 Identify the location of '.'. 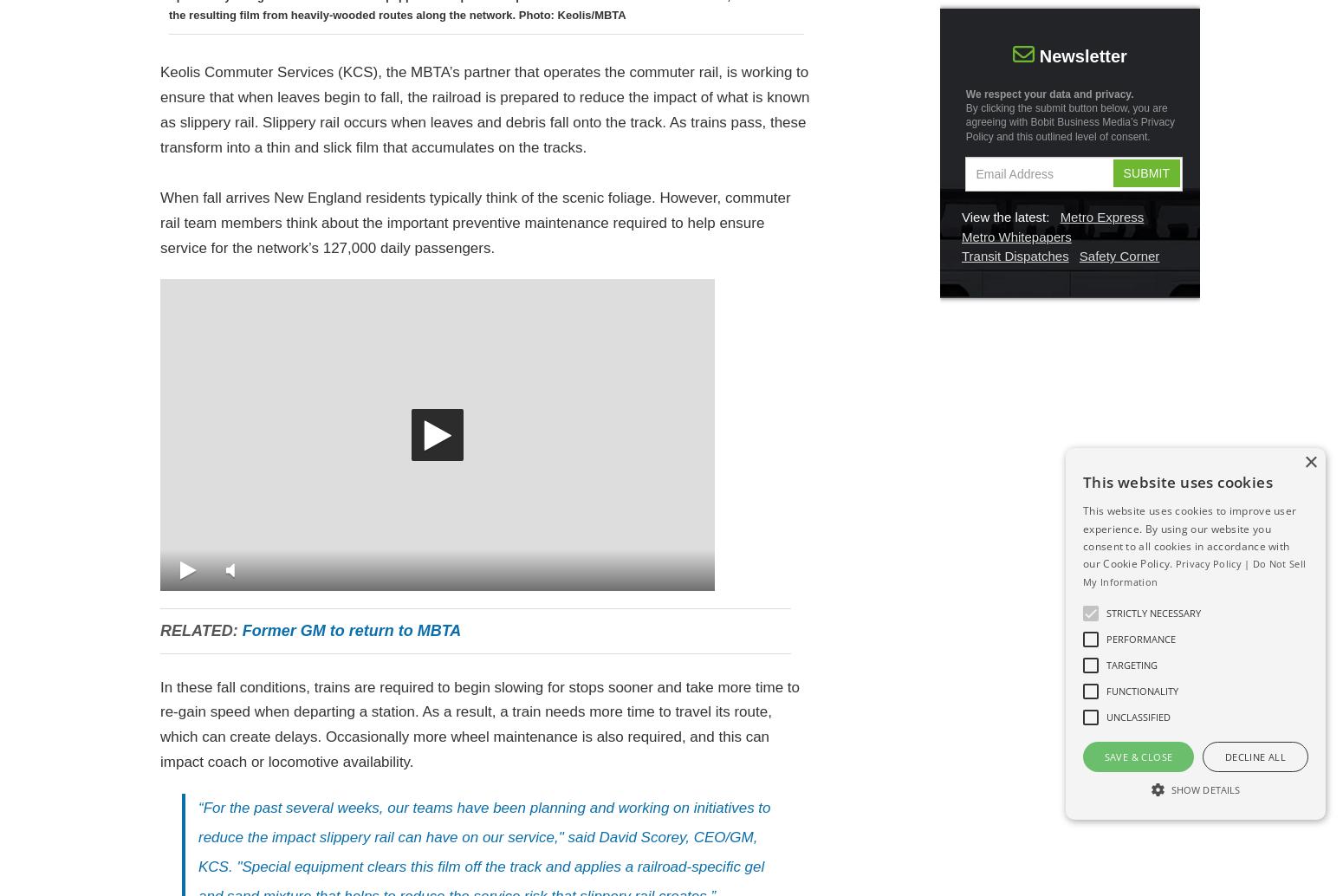
(1148, 135).